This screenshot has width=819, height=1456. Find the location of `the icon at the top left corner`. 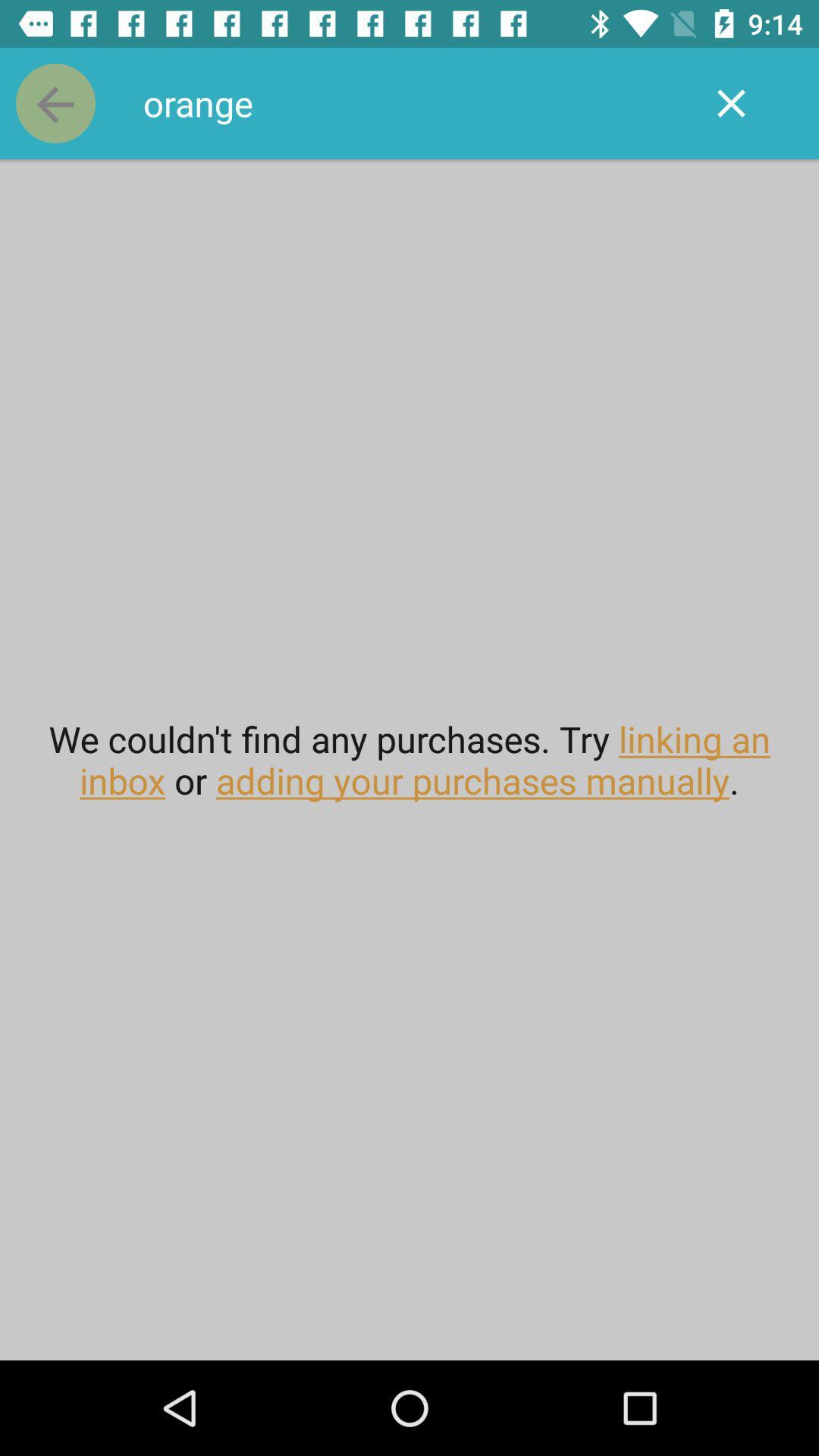

the icon at the top left corner is located at coordinates (55, 102).